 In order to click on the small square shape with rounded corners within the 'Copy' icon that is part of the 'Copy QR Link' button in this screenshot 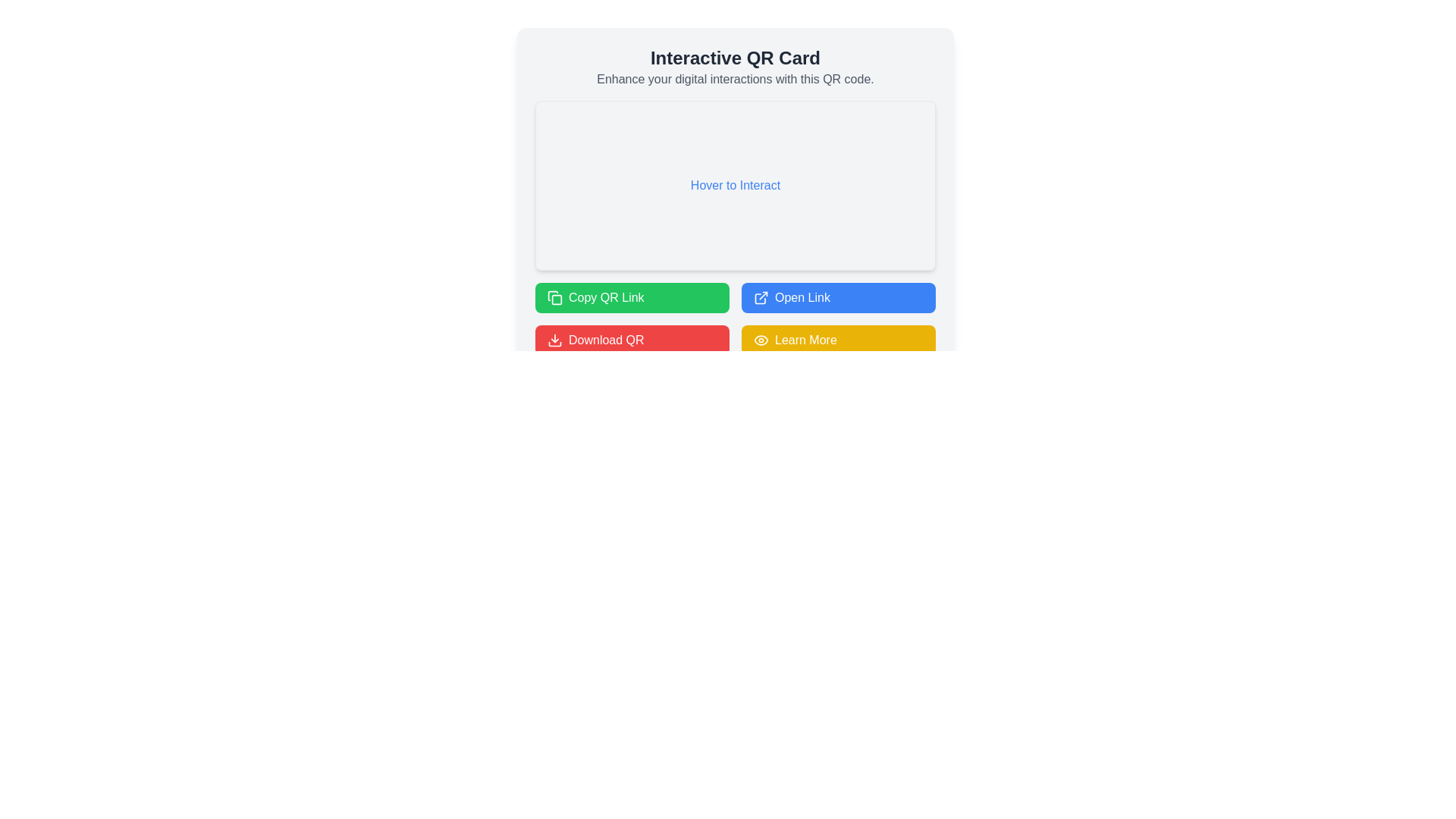, I will do `click(556, 300)`.